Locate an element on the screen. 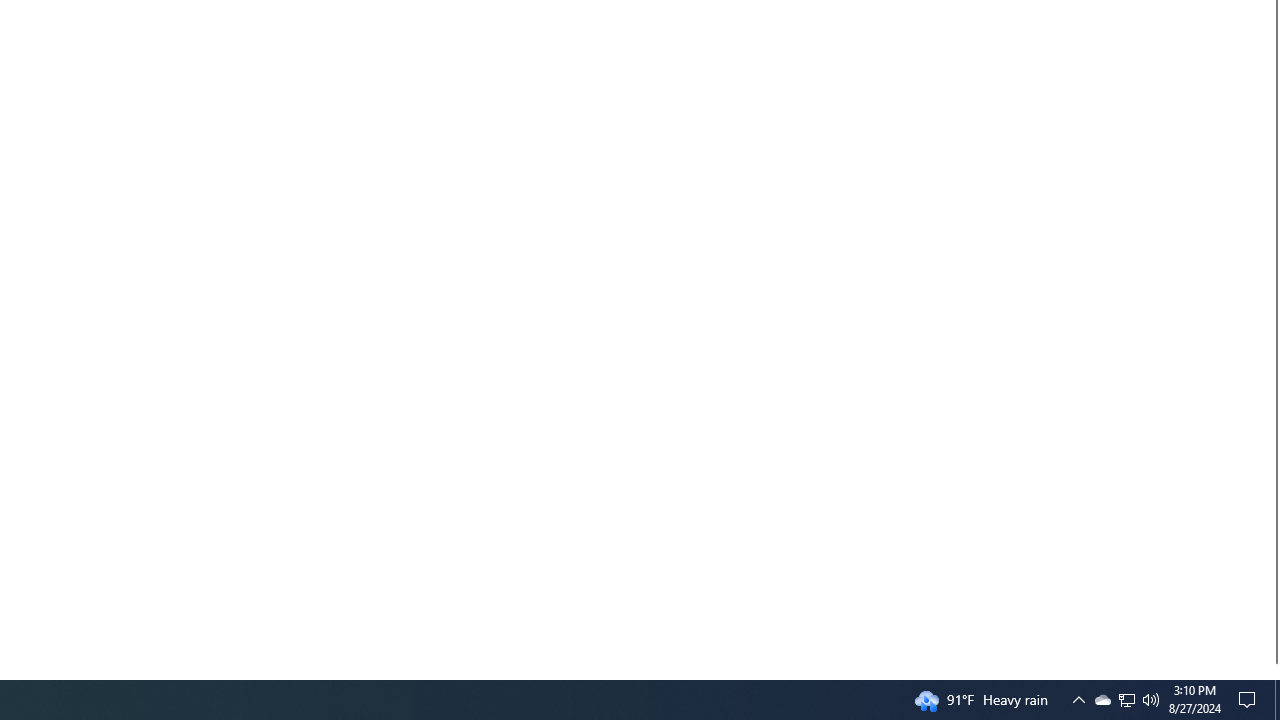 This screenshot has height=720, width=1280. 'User Promoted Notification Area' is located at coordinates (1127, 698).